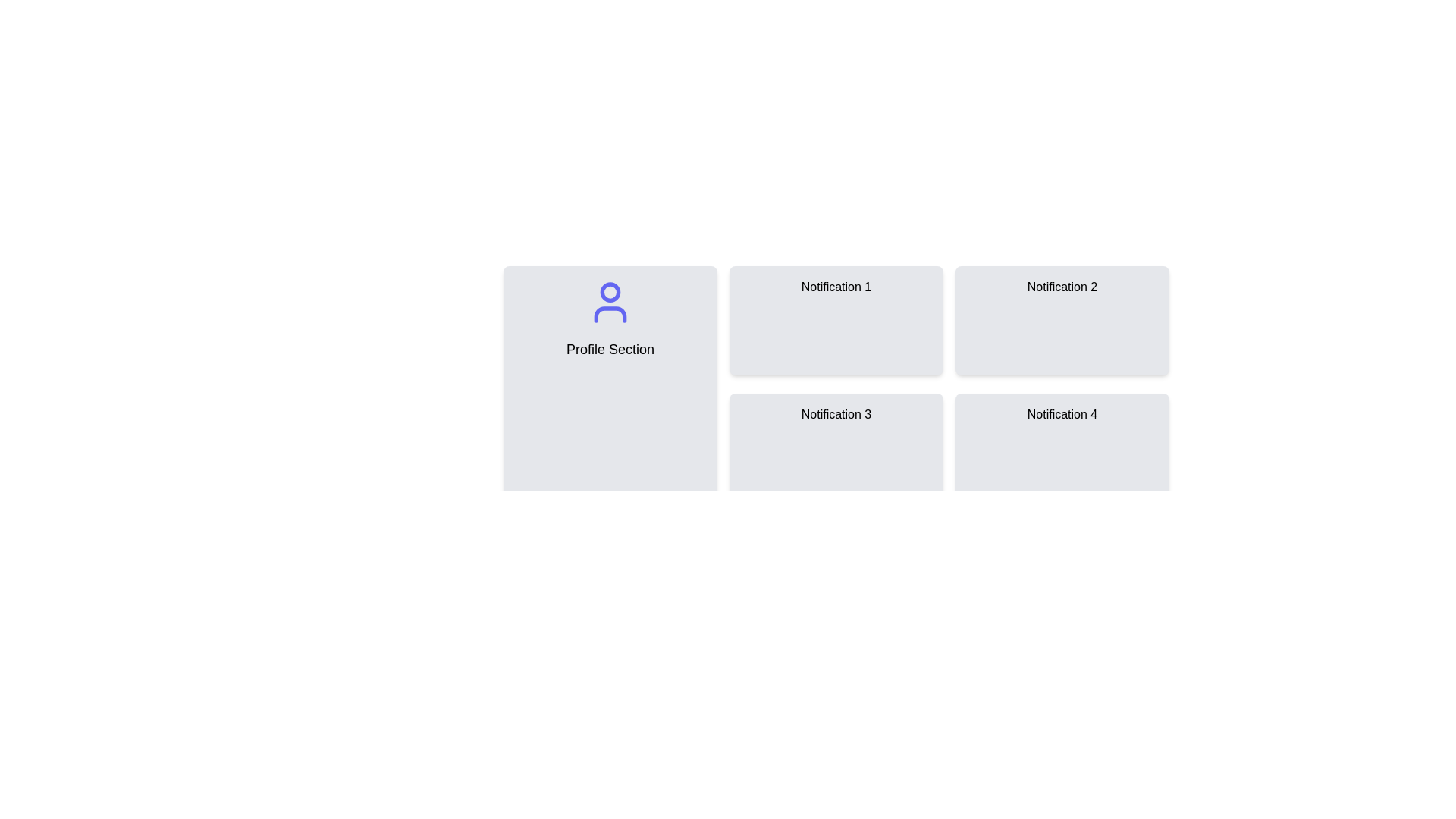 The width and height of the screenshot is (1456, 819). What do you see at coordinates (610, 292) in the screenshot?
I see `the circular ornamental element that represents the head of the user profile icon located in the upper area of the profile section` at bounding box center [610, 292].